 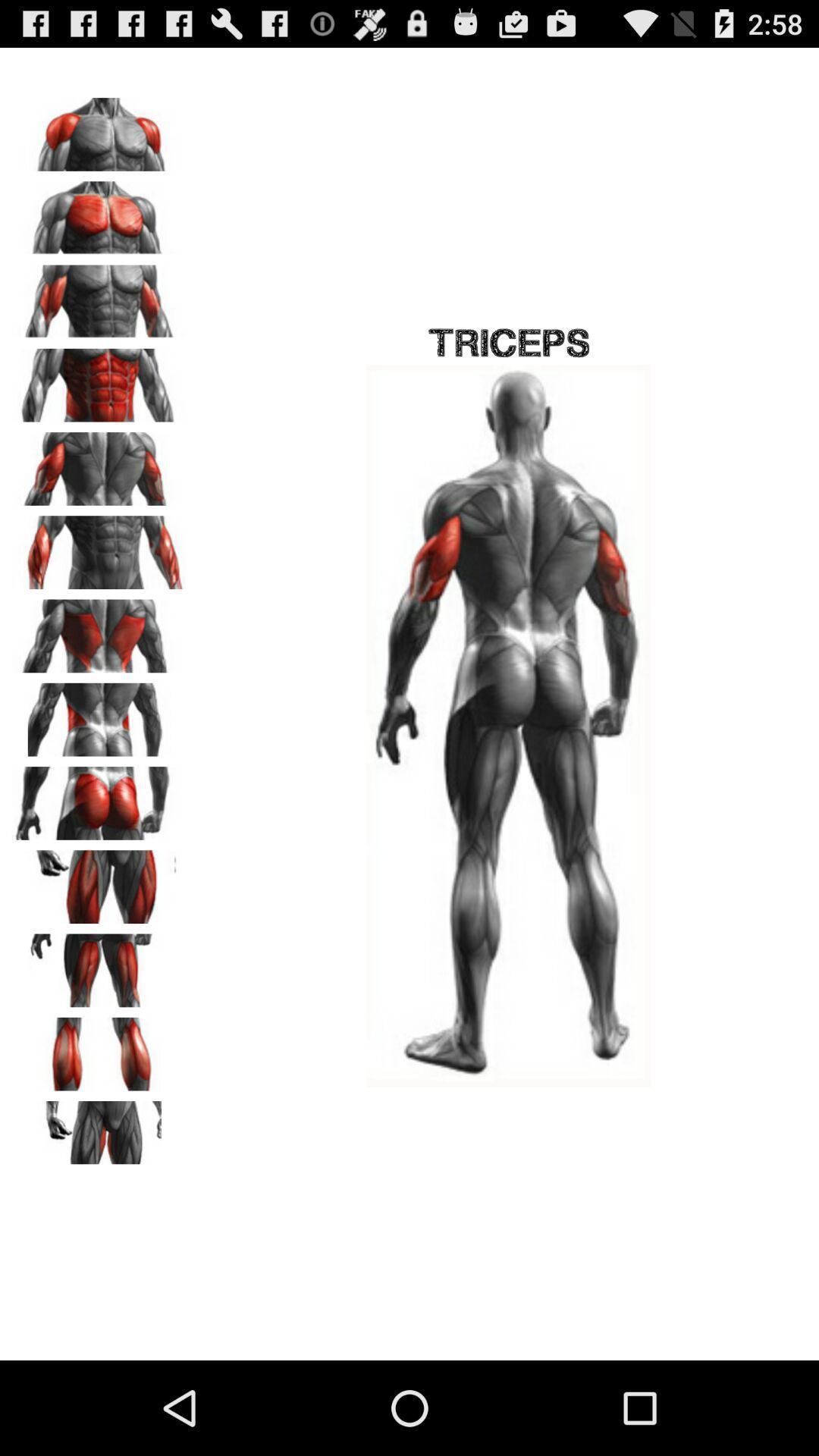 What do you see at coordinates (99, 546) in the screenshot?
I see `switch to this view` at bounding box center [99, 546].